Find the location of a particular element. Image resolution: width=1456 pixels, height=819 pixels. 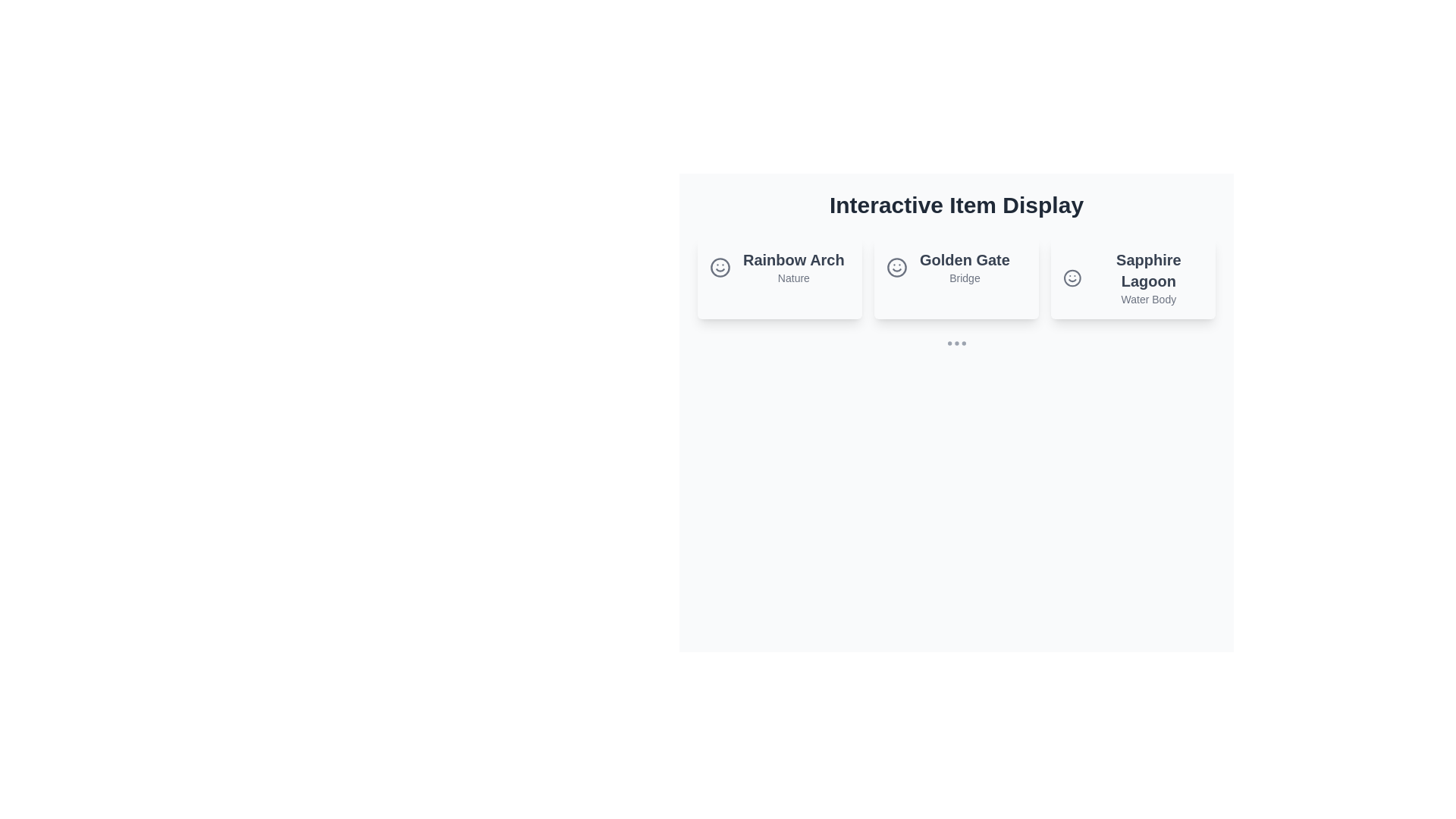

the circular smiling face icon located to the left of the 'Rainbow Arch' text in the first item card of the horizontal list is located at coordinates (720, 267).